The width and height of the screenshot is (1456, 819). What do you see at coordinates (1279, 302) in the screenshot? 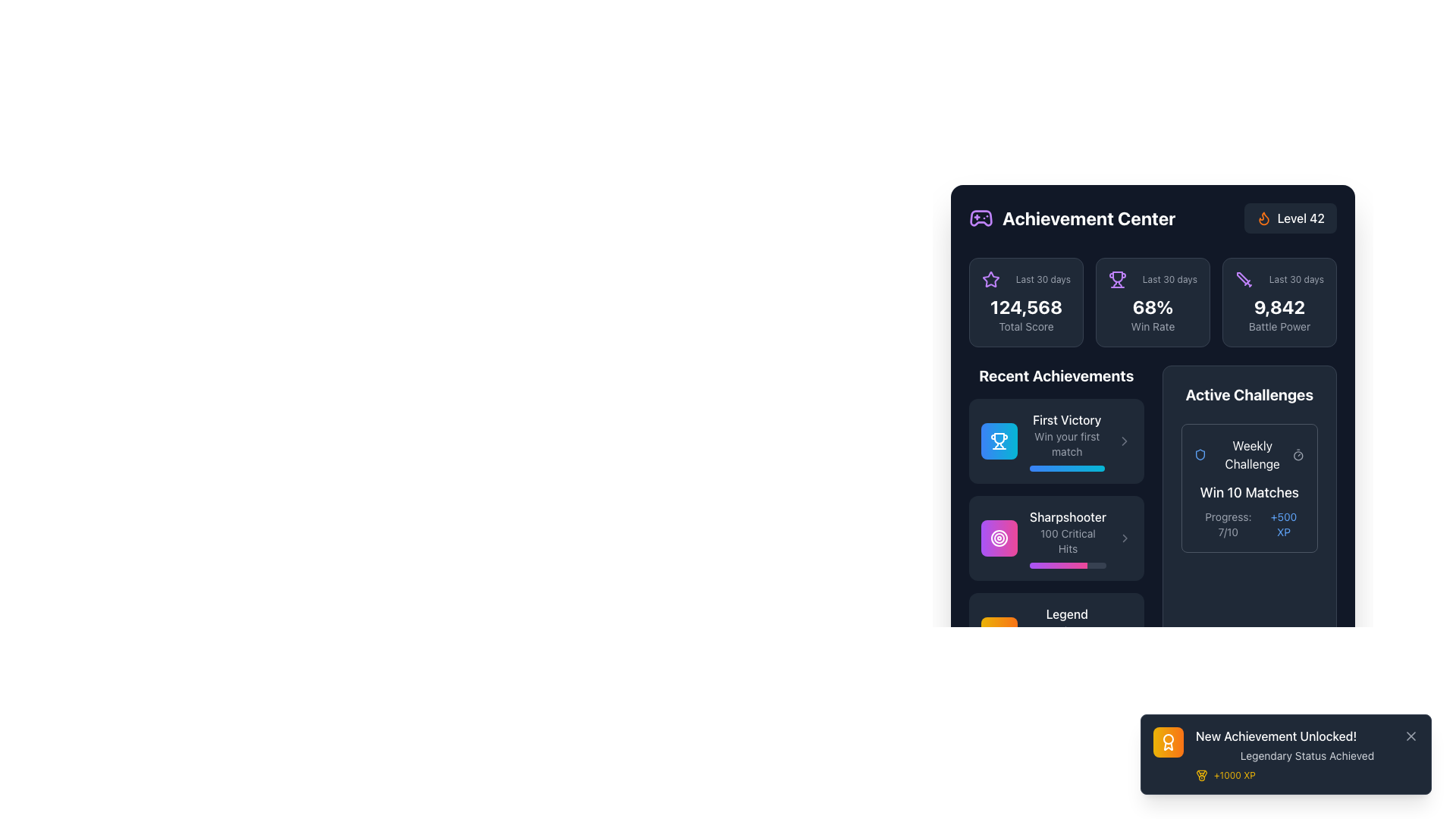
I see `the Informative card displaying the player's Battle Power score in the Achievement Center section, which is the third box from the left` at bounding box center [1279, 302].